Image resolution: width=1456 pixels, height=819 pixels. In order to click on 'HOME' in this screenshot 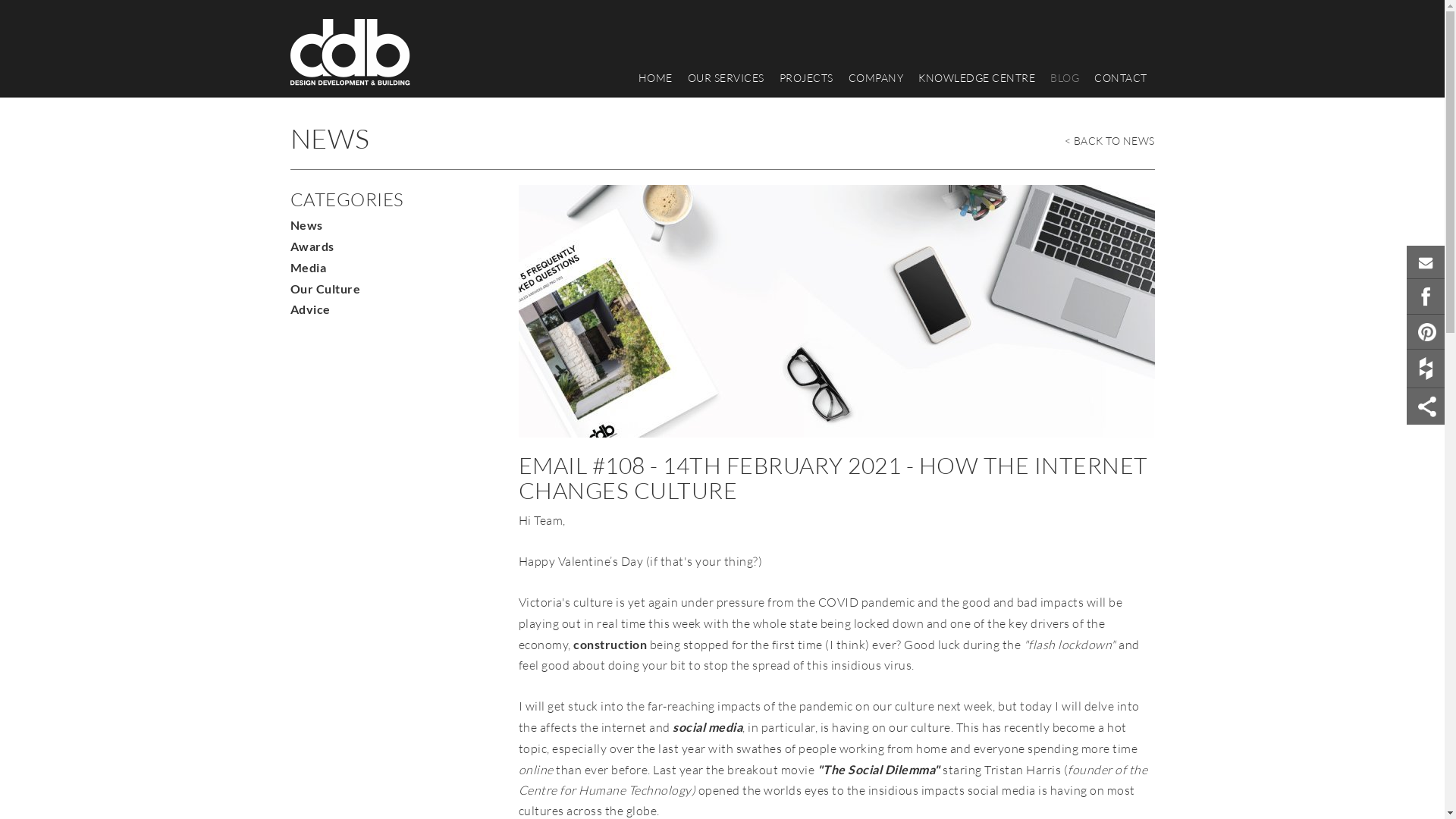, I will do `click(655, 78)`.